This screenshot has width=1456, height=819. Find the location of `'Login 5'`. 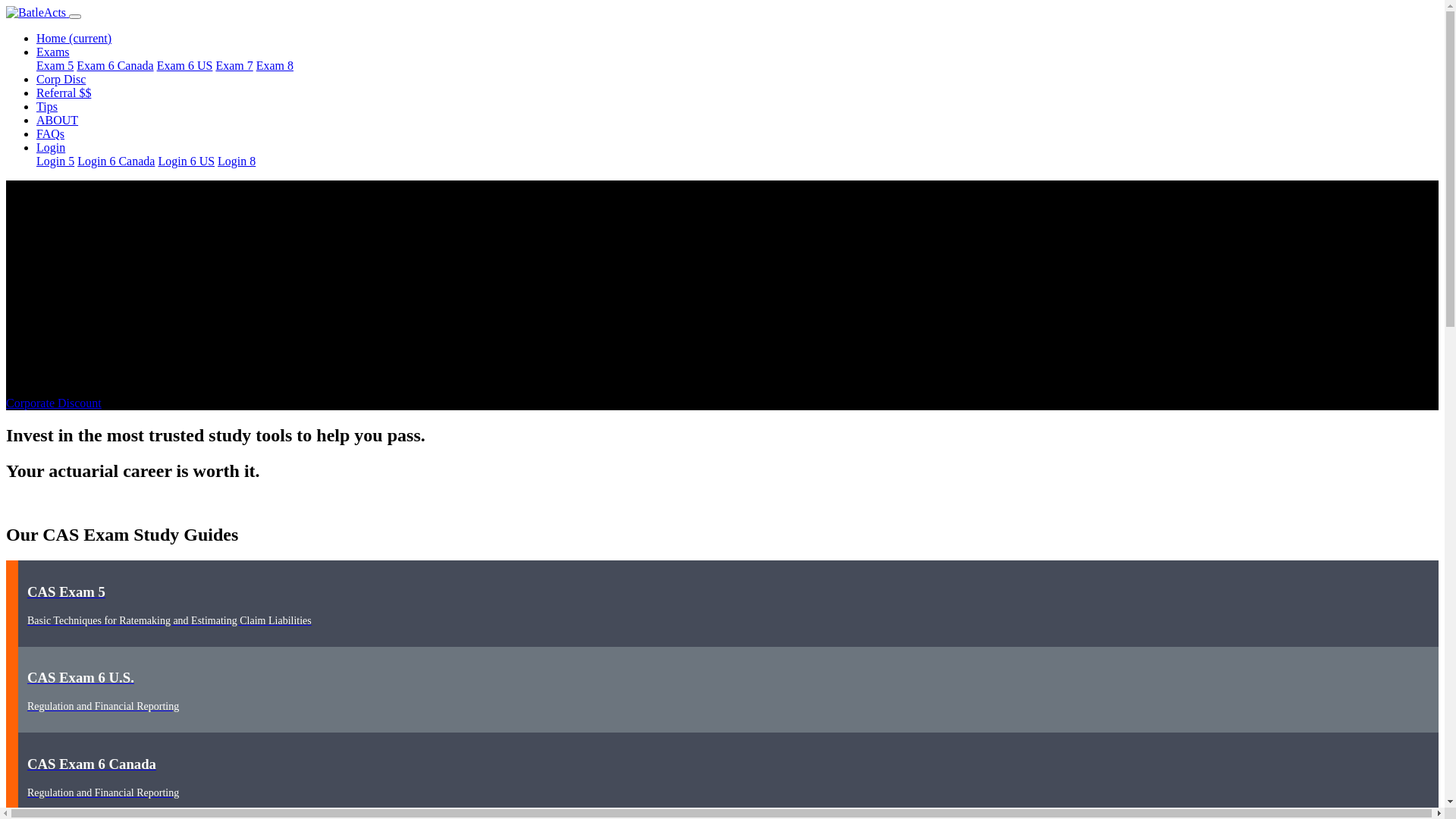

'Login 5' is located at coordinates (55, 161).